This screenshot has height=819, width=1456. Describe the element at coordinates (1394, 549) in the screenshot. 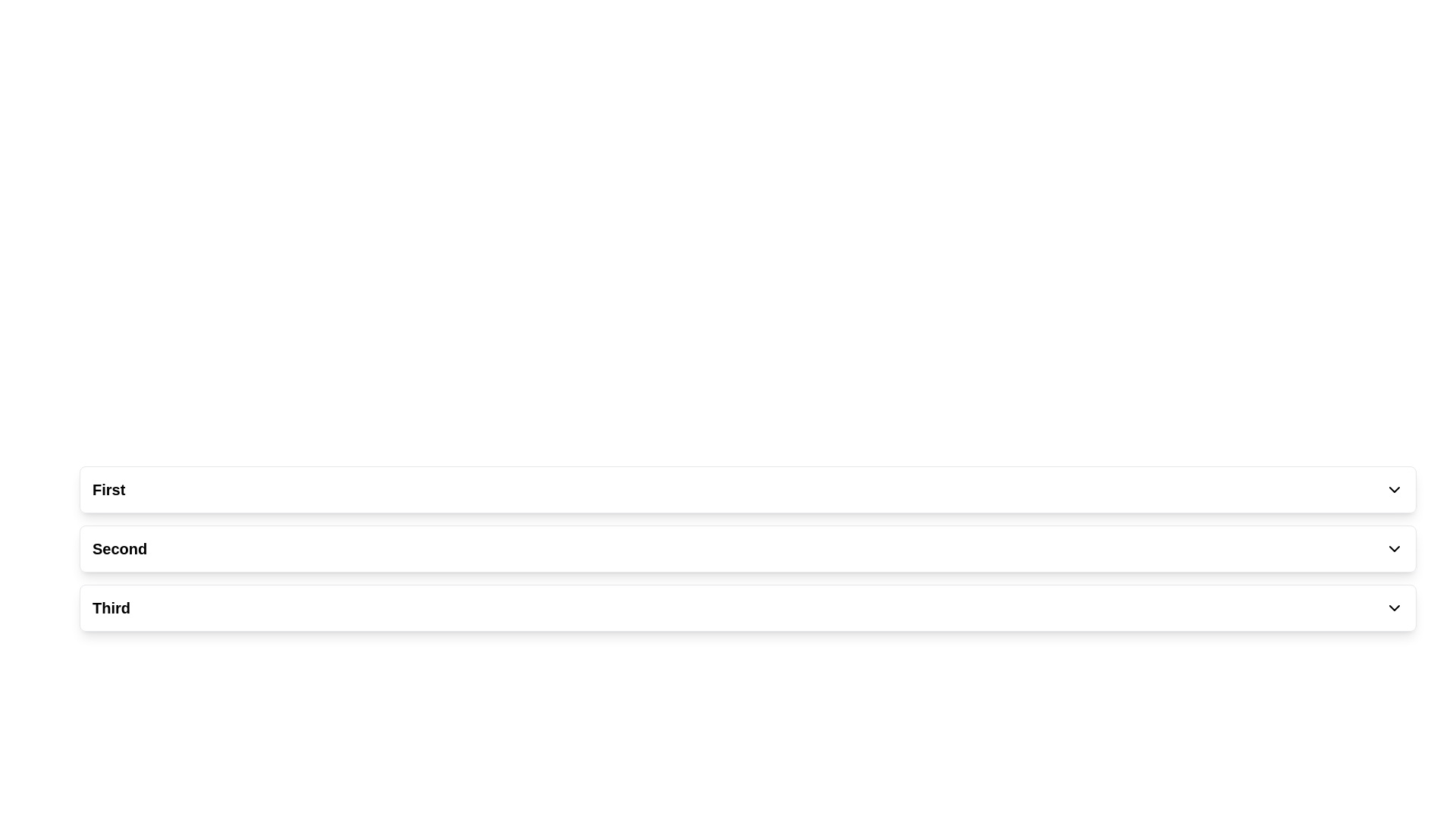

I see `the downward-pointing chevron icon located on the right side of the row labeled 'Second'` at that location.